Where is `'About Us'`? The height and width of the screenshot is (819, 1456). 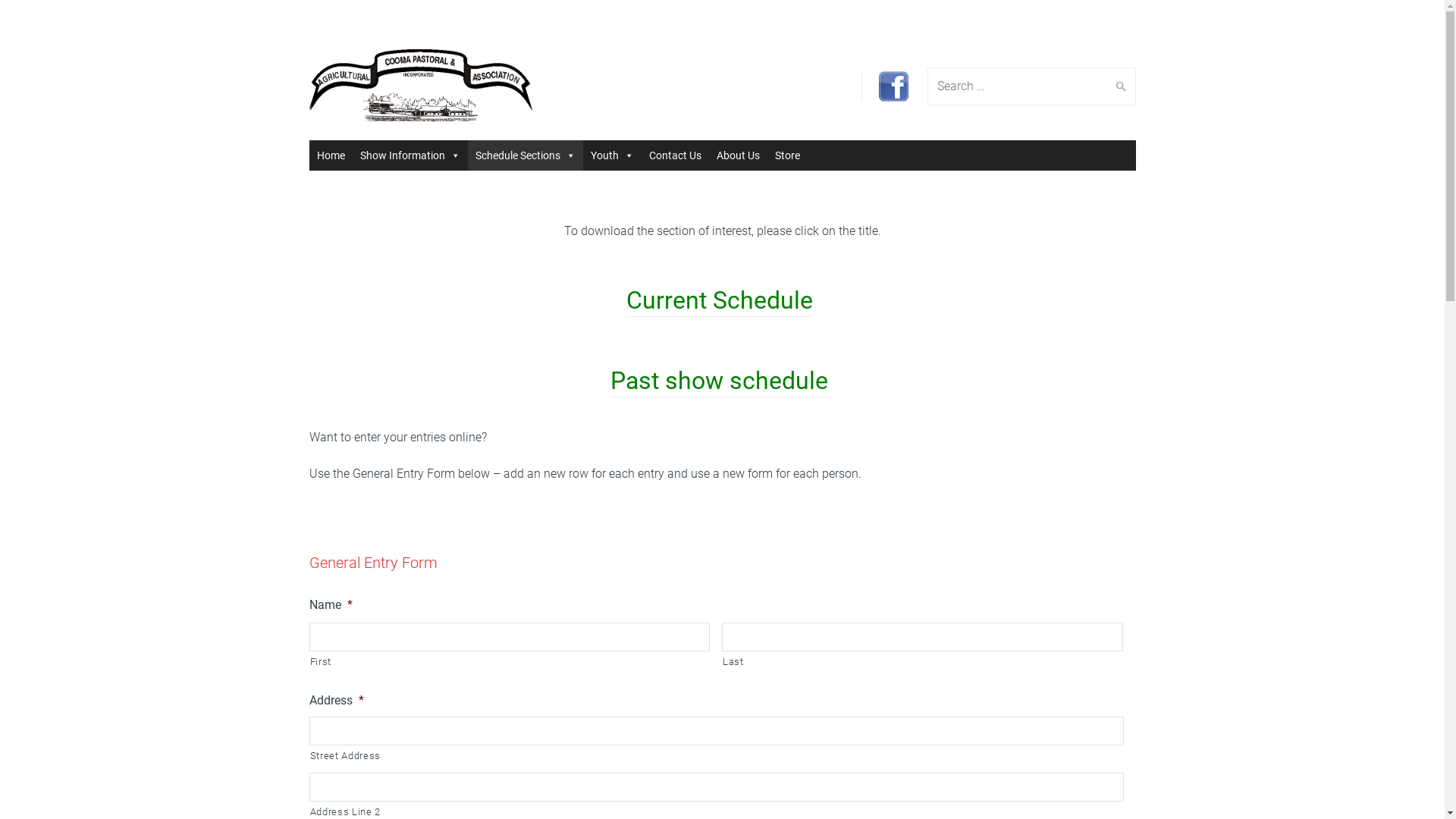
'About Us' is located at coordinates (737, 155).